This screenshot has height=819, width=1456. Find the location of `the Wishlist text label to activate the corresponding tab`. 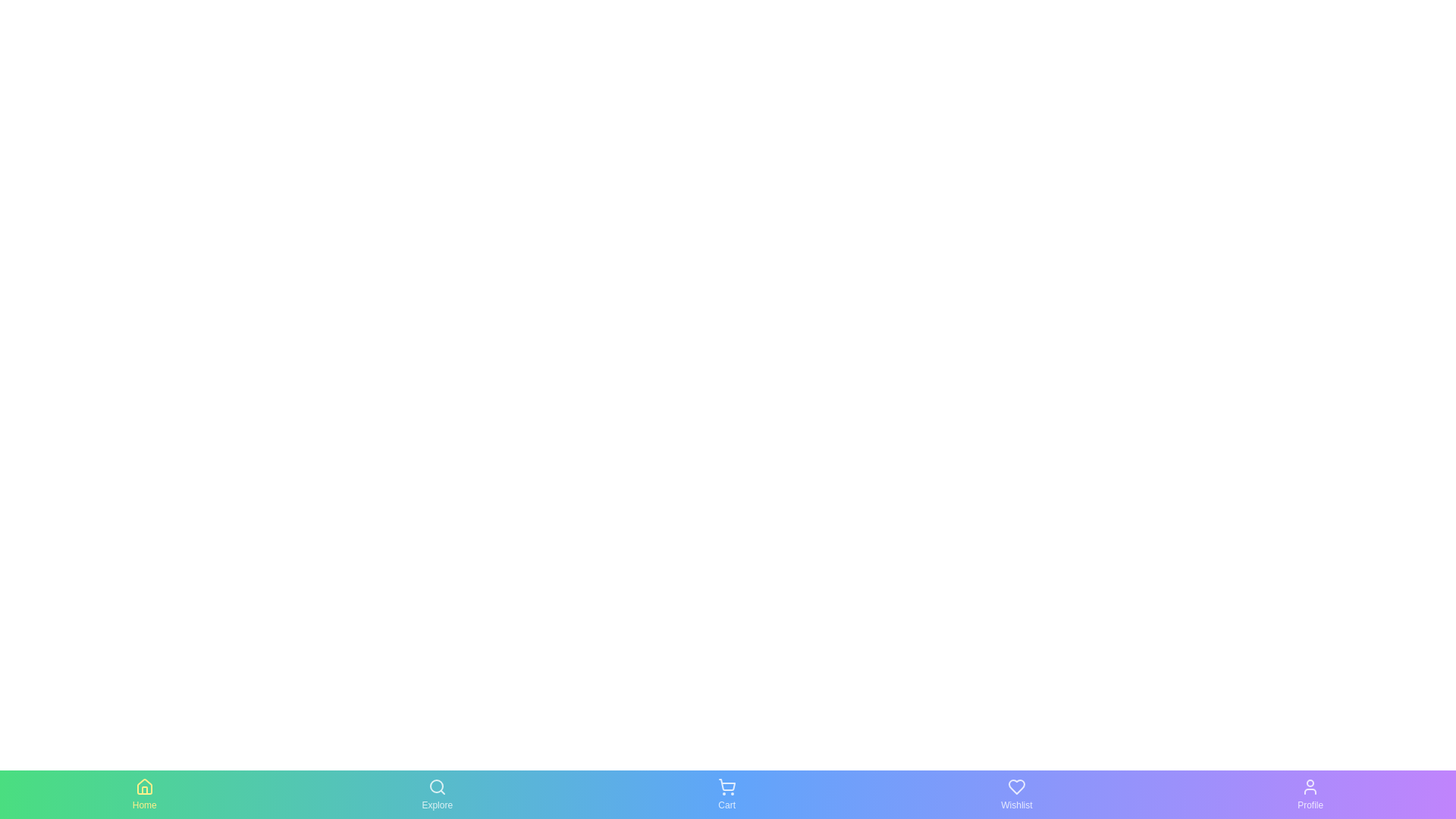

the Wishlist text label to activate the corresponding tab is located at coordinates (1016, 804).